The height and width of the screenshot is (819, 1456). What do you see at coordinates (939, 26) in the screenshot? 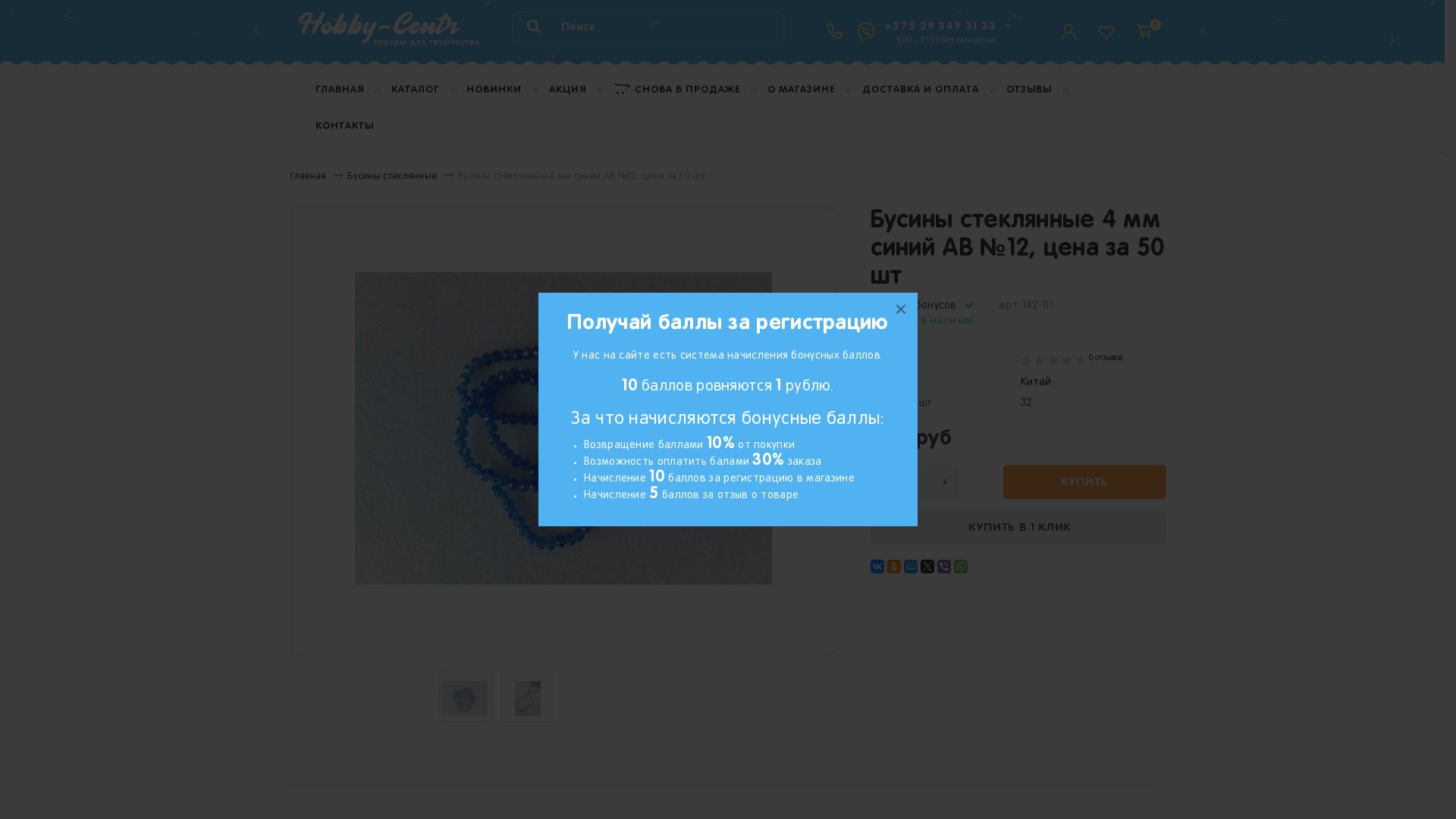
I see `'+375 29 349 31 33'` at bounding box center [939, 26].